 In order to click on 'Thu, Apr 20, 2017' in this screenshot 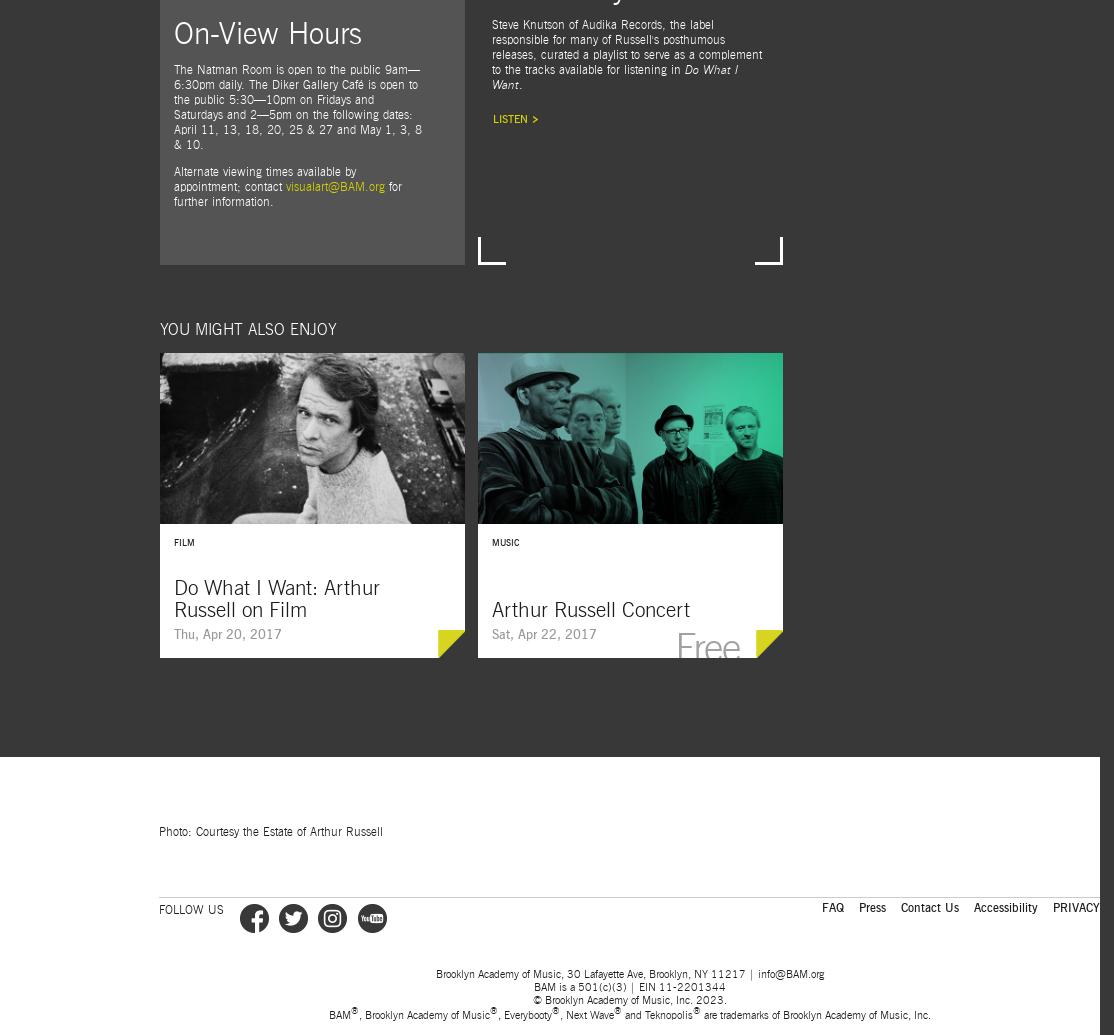, I will do `click(228, 634)`.